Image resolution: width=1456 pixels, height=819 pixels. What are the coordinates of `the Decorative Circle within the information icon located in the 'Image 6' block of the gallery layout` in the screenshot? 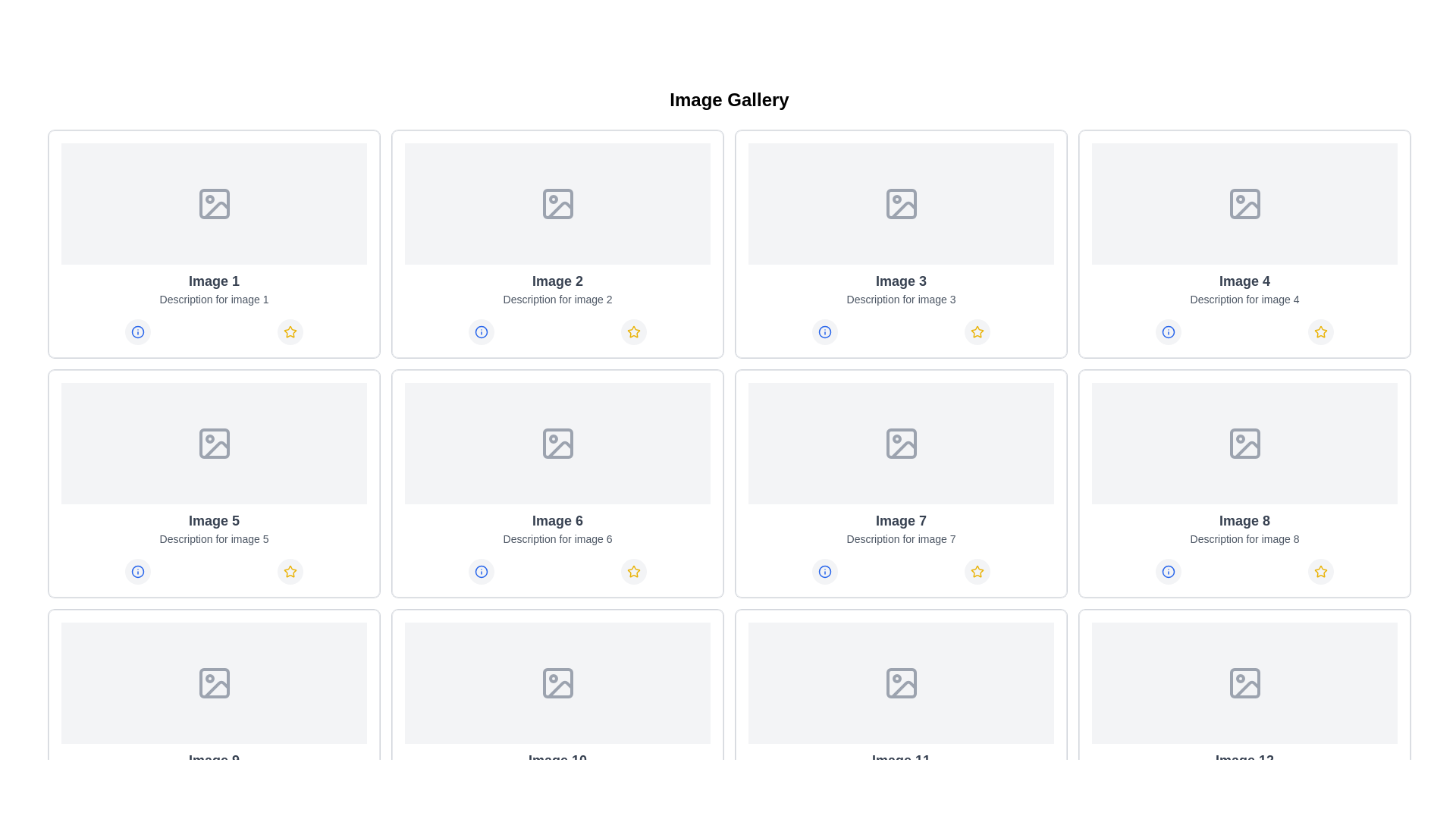 It's located at (480, 571).